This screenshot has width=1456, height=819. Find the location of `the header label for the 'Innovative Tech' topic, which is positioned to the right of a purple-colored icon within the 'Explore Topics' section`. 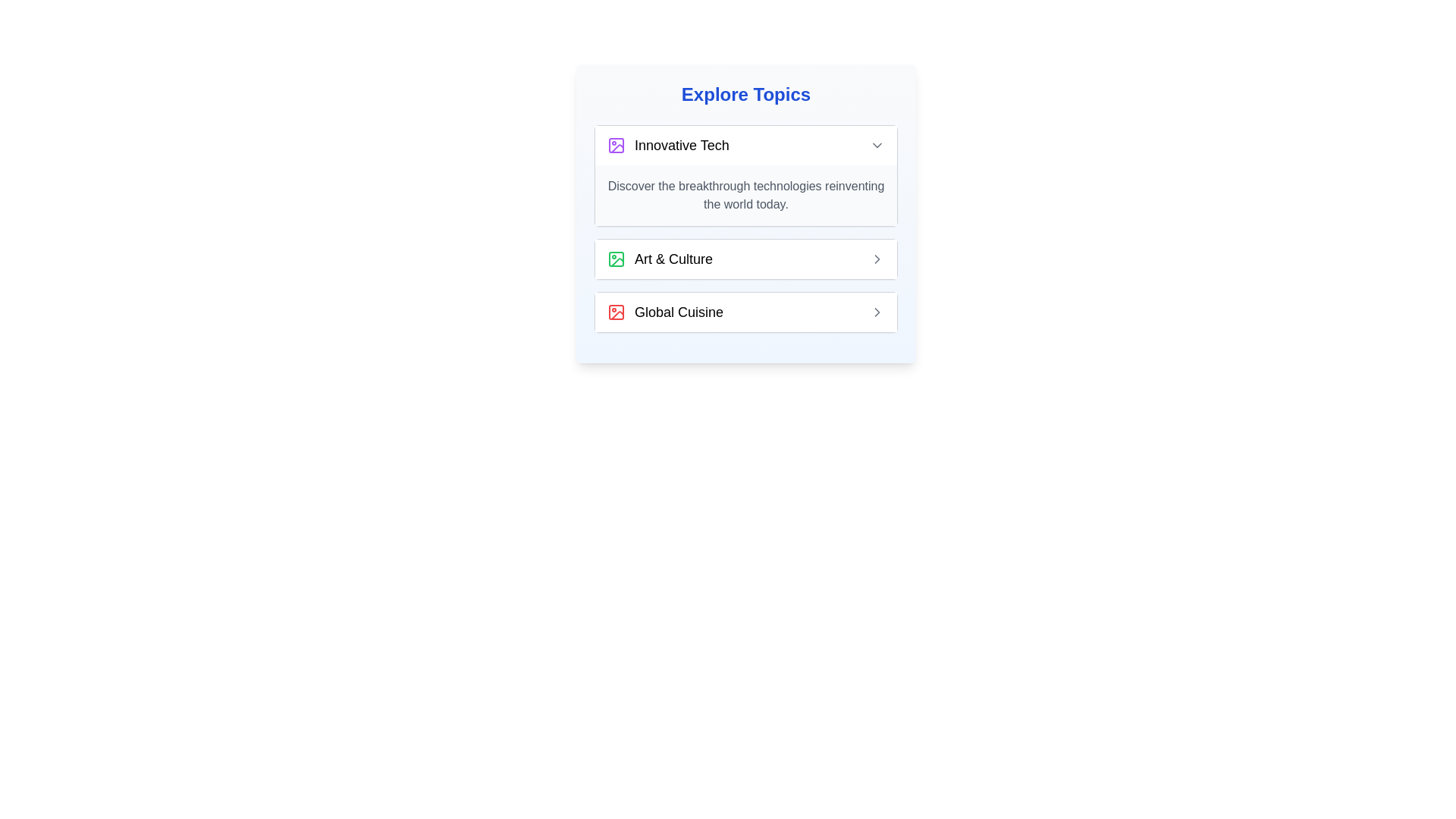

the header label for the 'Innovative Tech' topic, which is positioned to the right of a purple-colored icon within the 'Explore Topics' section is located at coordinates (681, 146).